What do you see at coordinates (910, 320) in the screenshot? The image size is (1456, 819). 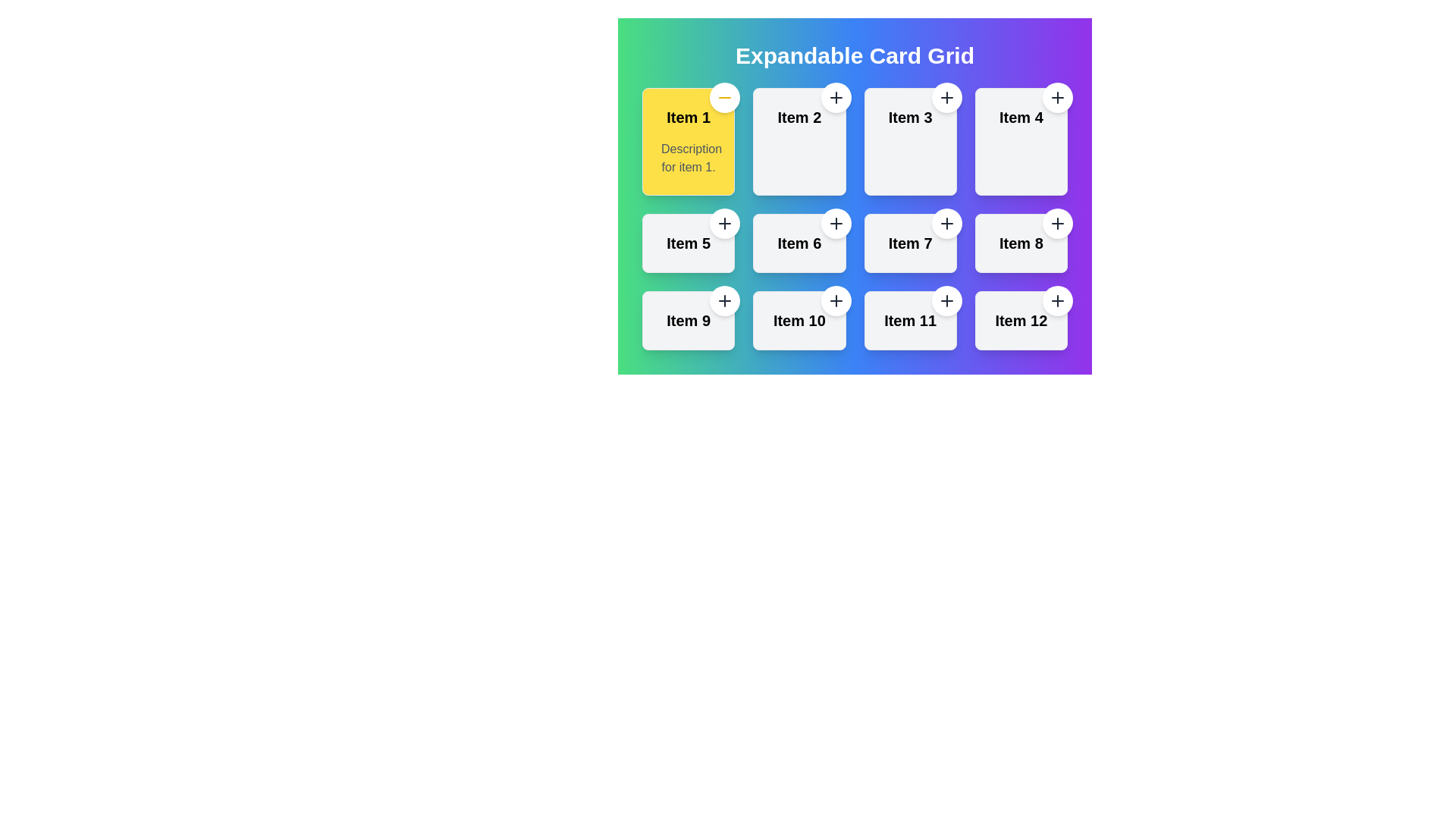 I see `the text label located in the bottom-right corner of the grid layout, which identifies the specific grid item it belongs to` at bounding box center [910, 320].